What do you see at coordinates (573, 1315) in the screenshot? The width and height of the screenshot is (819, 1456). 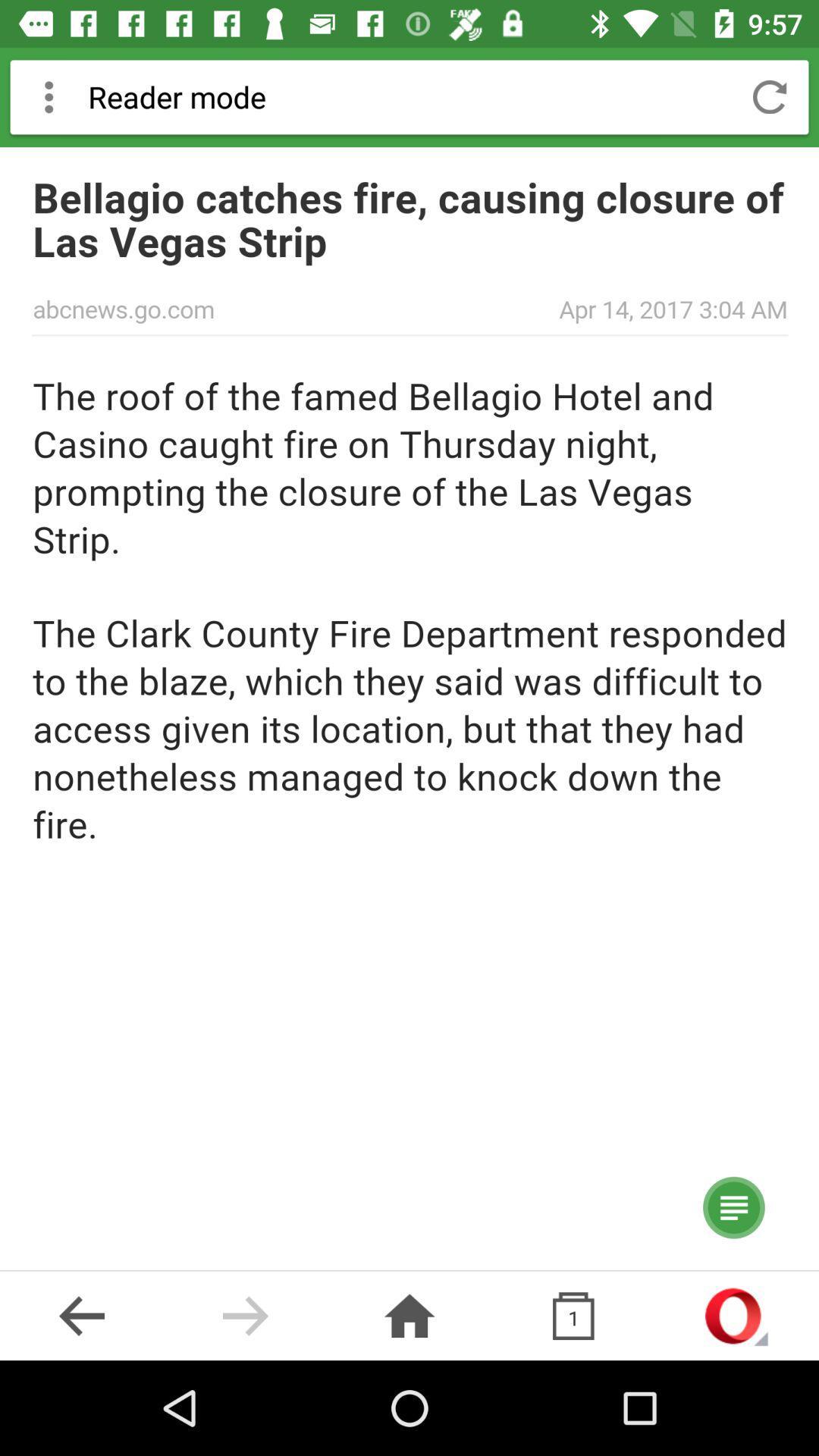 I see `the delete icon` at bounding box center [573, 1315].